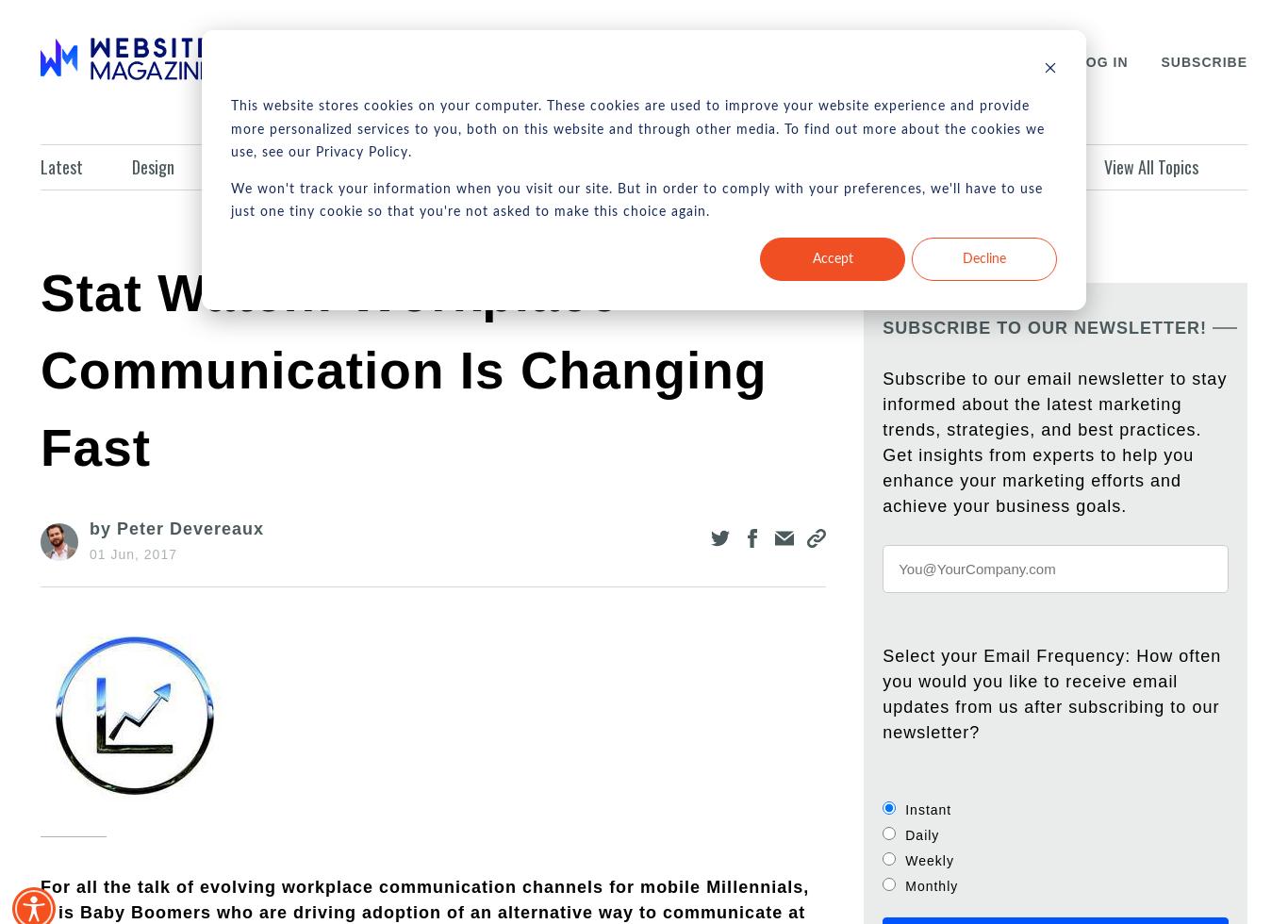 The height and width of the screenshot is (924, 1288). What do you see at coordinates (972, 166) in the screenshot?
I see `'Infographics'` at bounding box center [972, 166].